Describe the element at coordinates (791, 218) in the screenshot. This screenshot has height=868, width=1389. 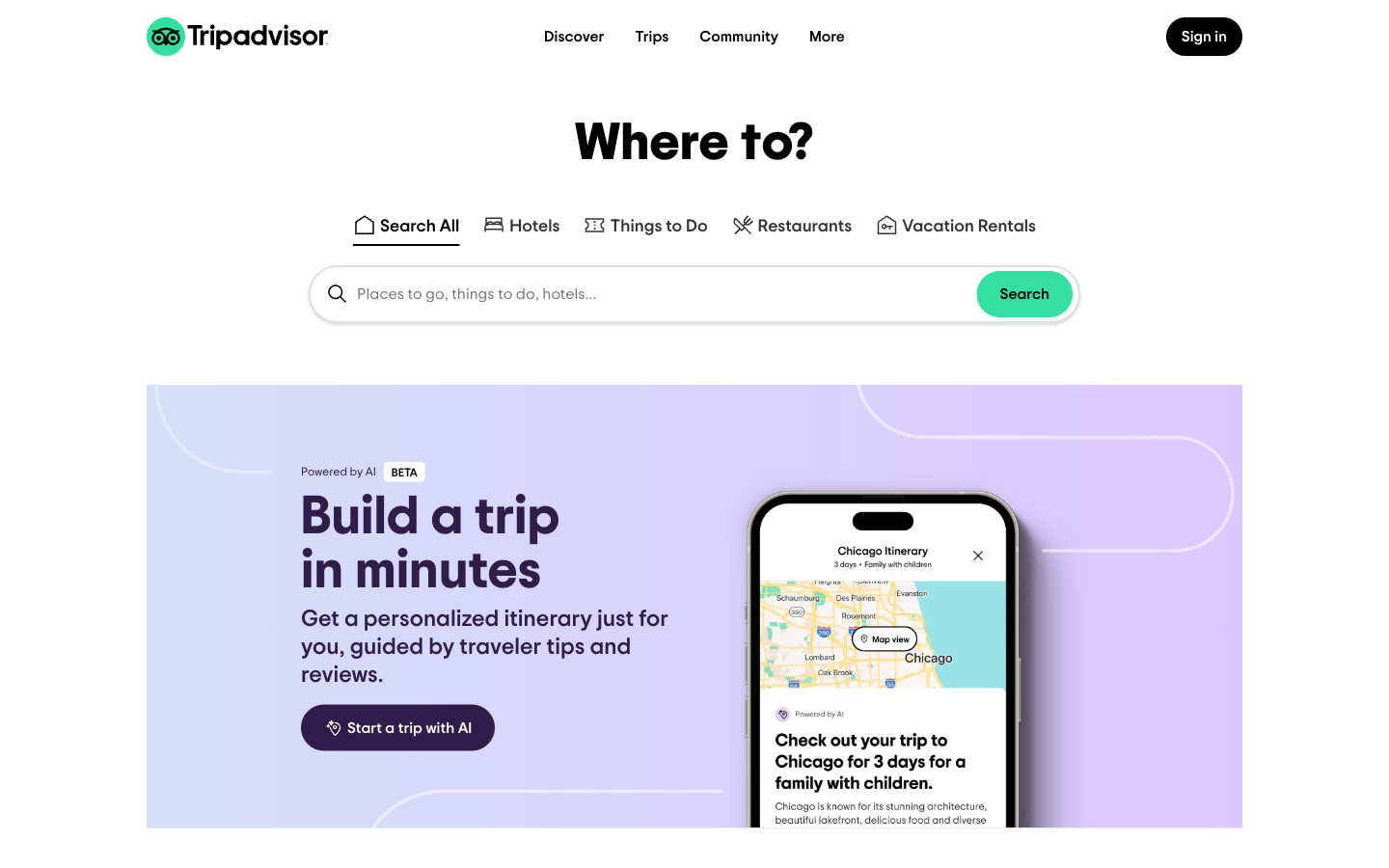
I see `Search for eateries in Pittsburgh` at that location.